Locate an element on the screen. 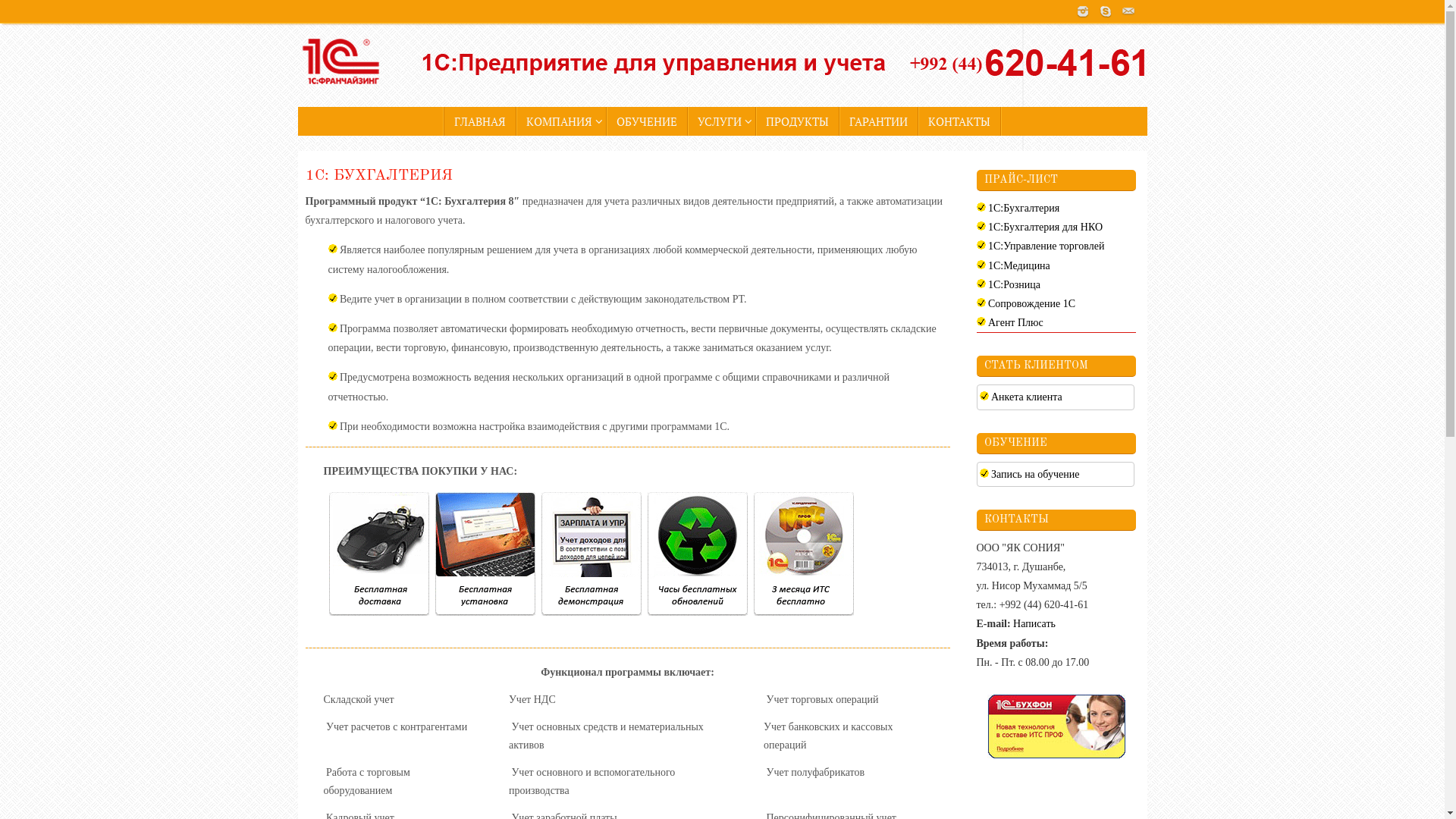  'Instagram' is located at coordinates (1081, 11).